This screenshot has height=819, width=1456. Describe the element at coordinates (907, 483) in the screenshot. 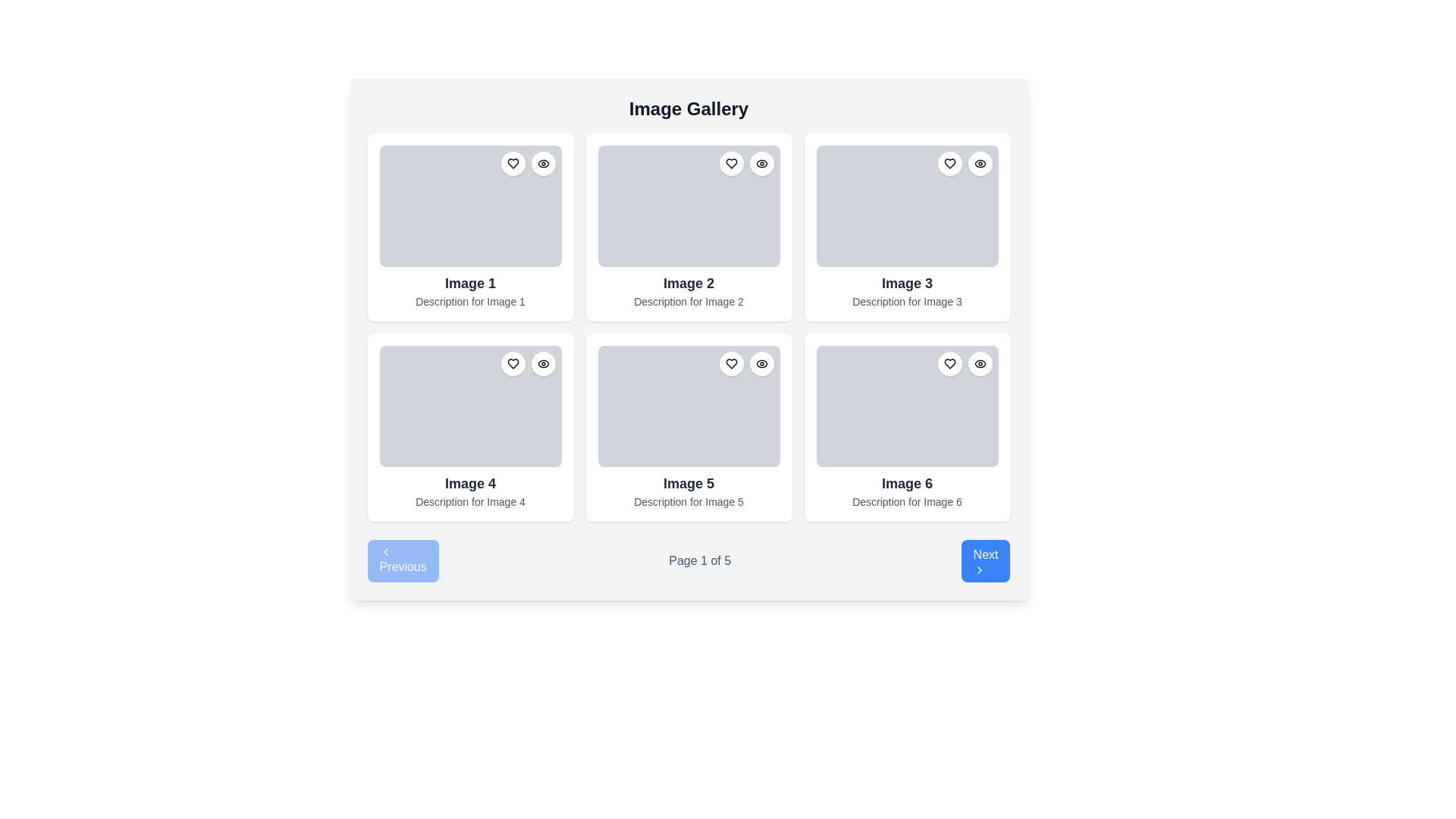

I see `the text label styled with a larger font size, semi-bold weight, and gray color containing the text 'Image 6', located at the bottom of the rightmost item in the second row of a 3x2 grid layout` at that location.